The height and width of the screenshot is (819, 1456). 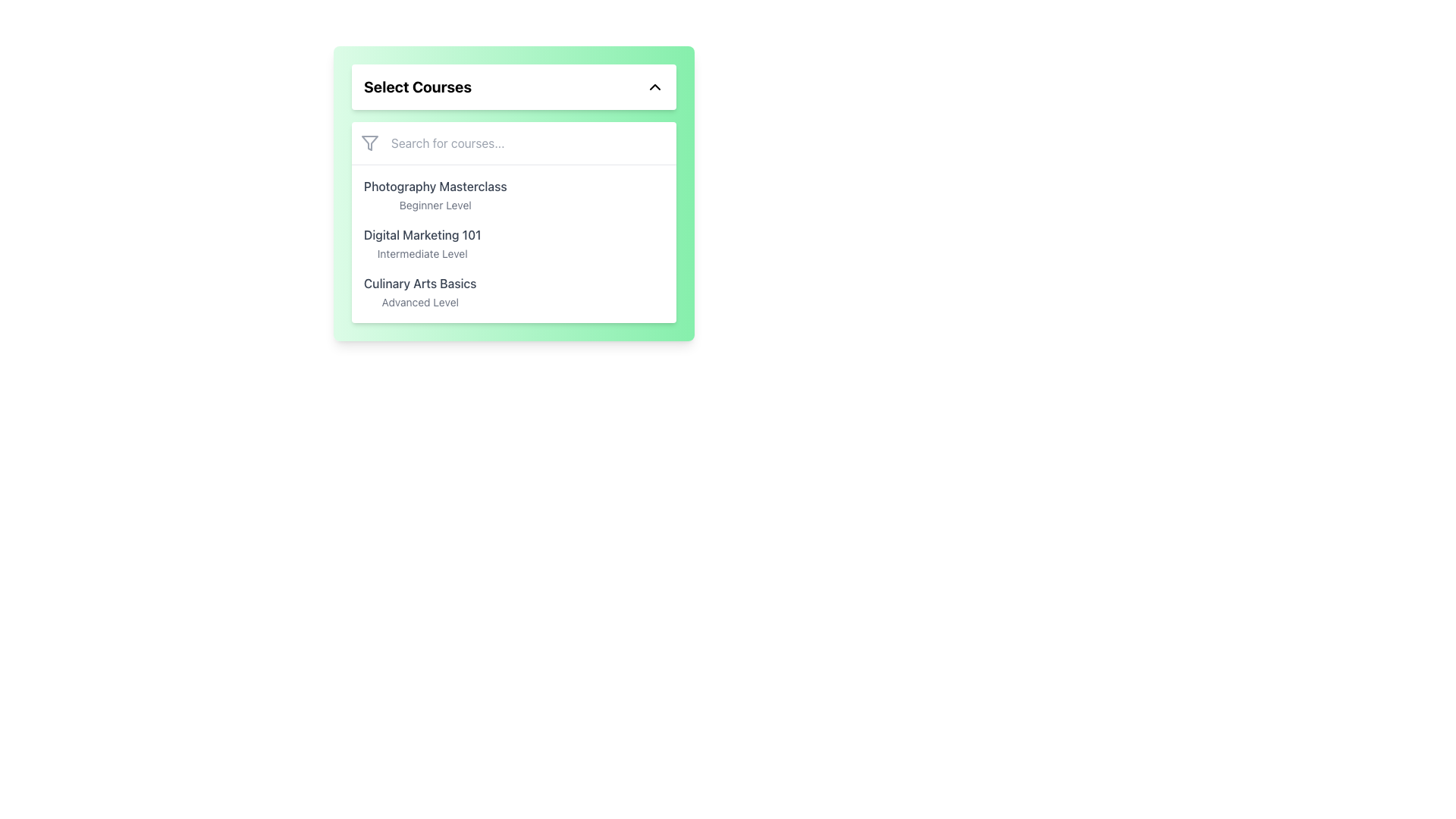 What do you see at coordinates (420, 292) in the screenshot?
I see `the 'Culinary Arts Basics' course option from the dropdown labeled 'Select Courses' by clicking on the text label that appears as the third option in the list` at bounding box center [420, 292].